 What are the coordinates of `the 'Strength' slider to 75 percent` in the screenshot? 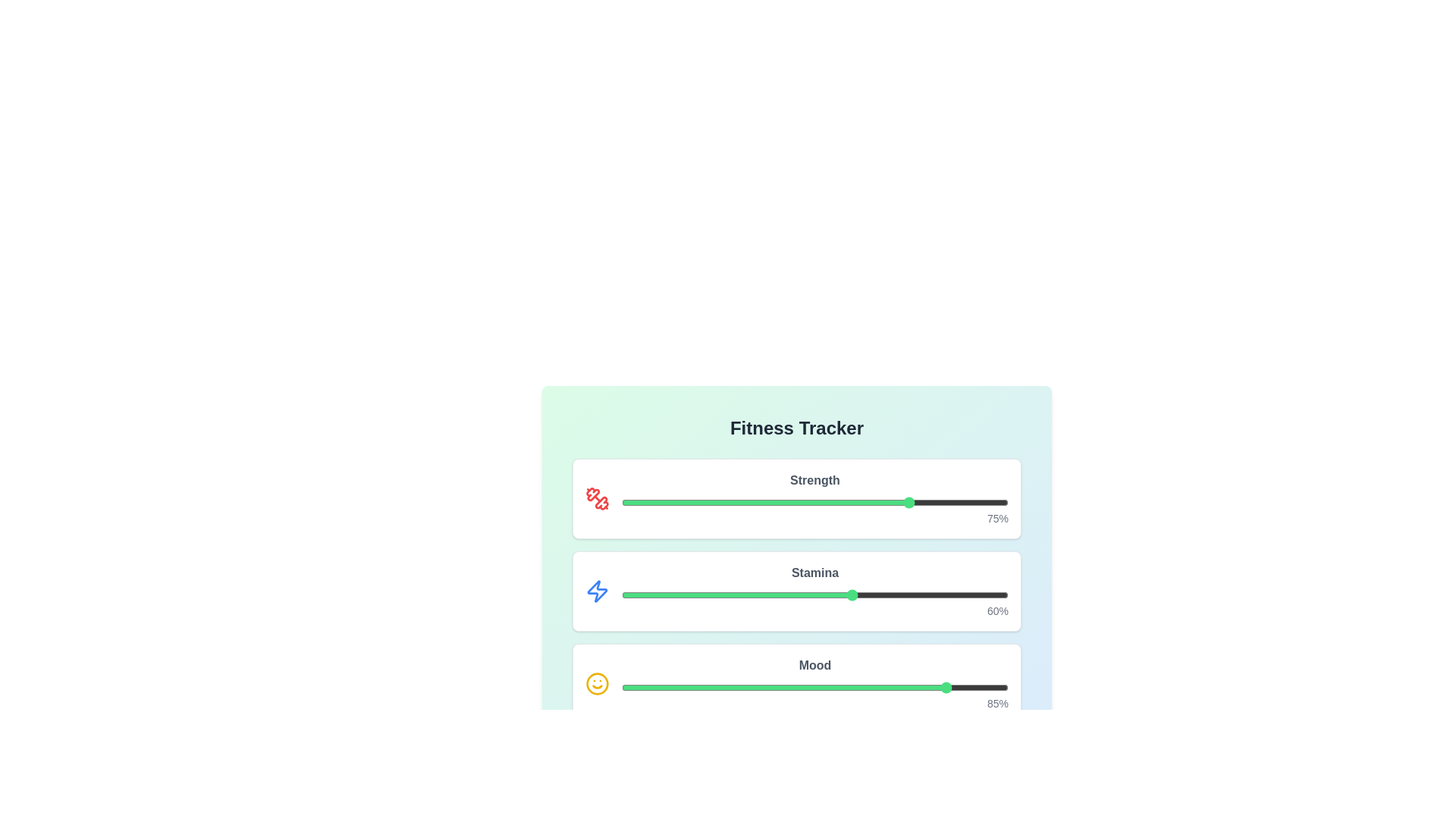 It's located at (911, 503).